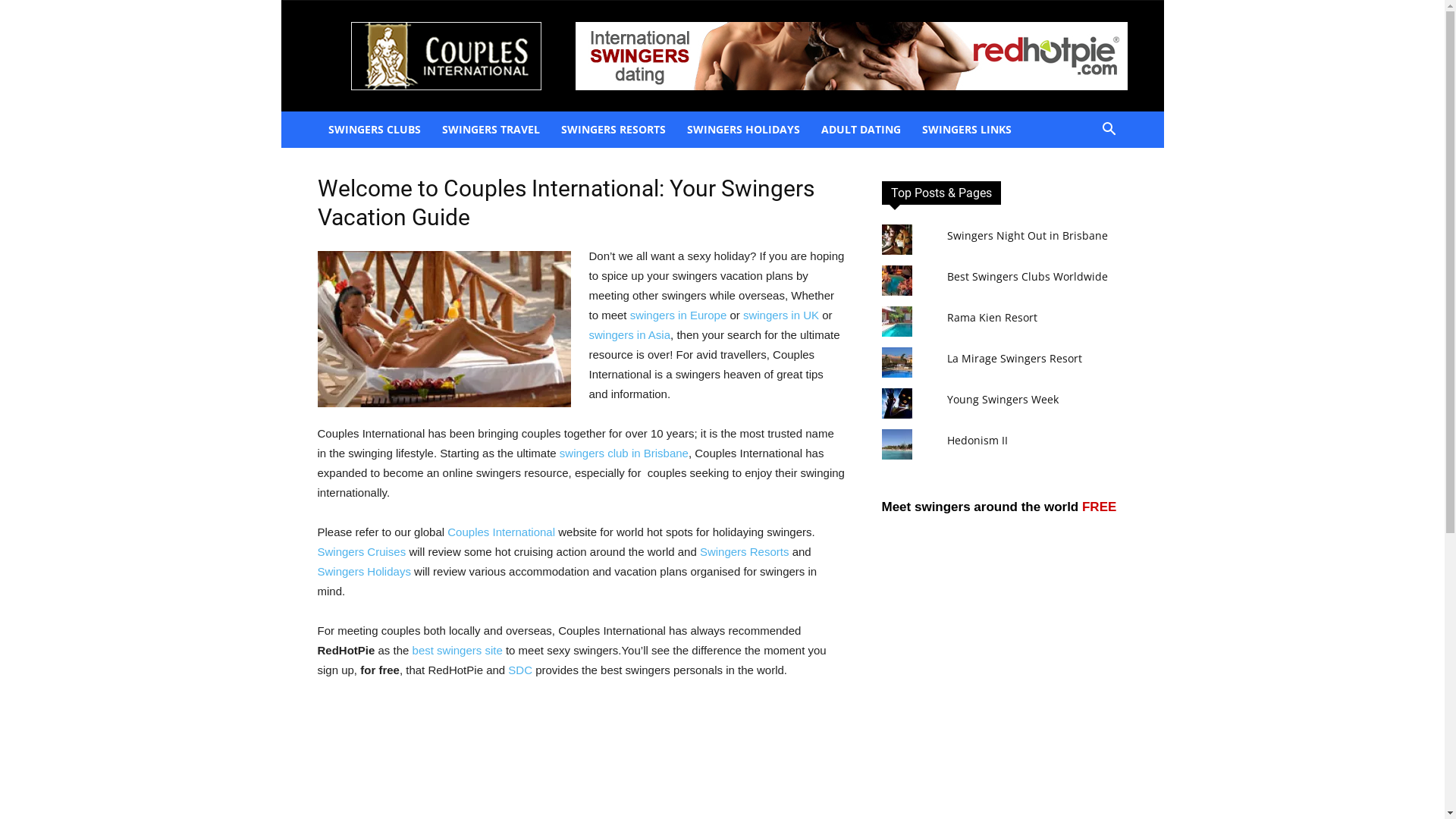  Describe the element at coordinates (977, 440) in the screenshot. I see `'Hedonism II'` at that location.